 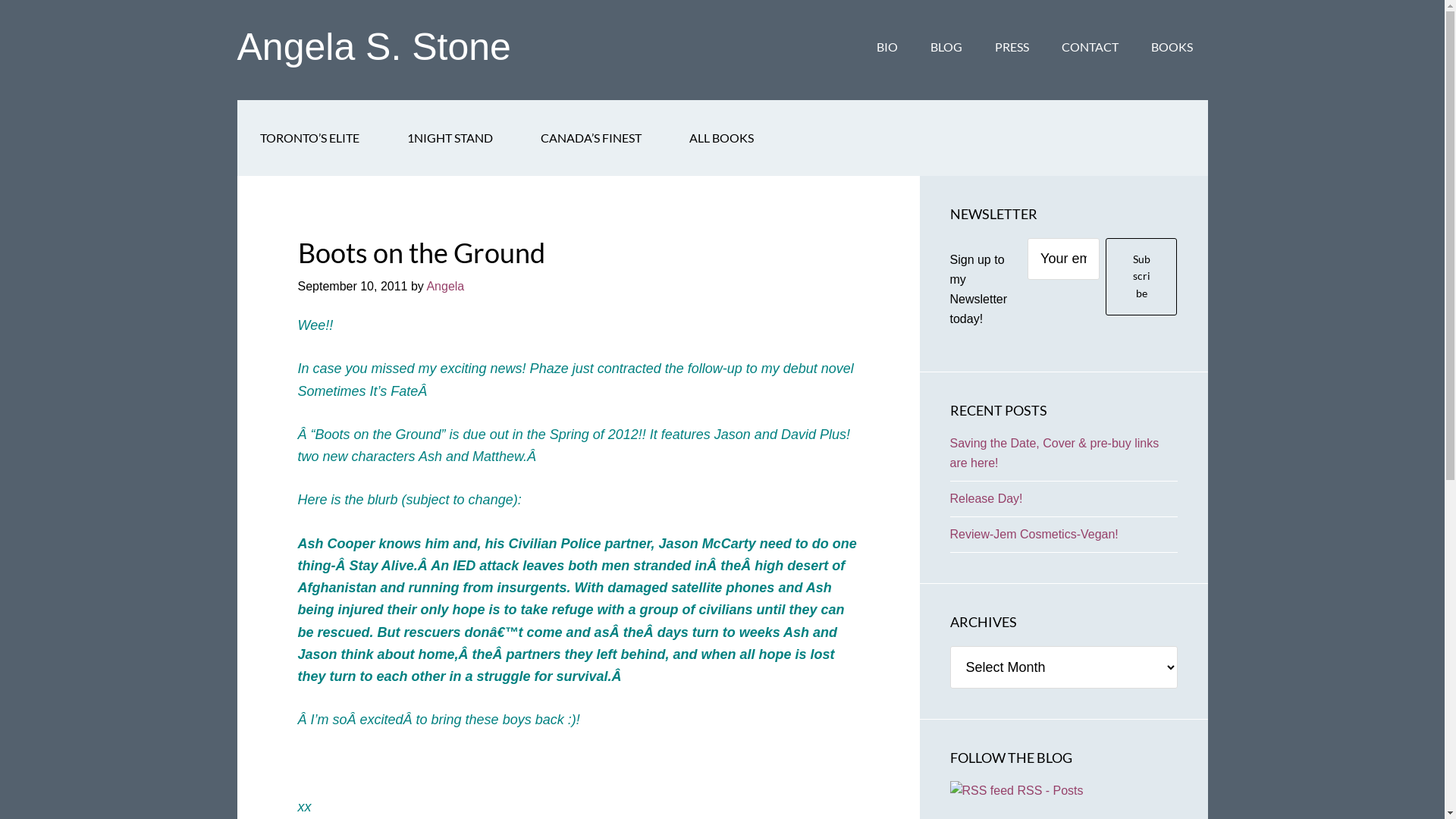 What do you see at coordinates (1141, 277) in the screenshot?
I see `'Subscribe'` at bounding box center [1141, 277].